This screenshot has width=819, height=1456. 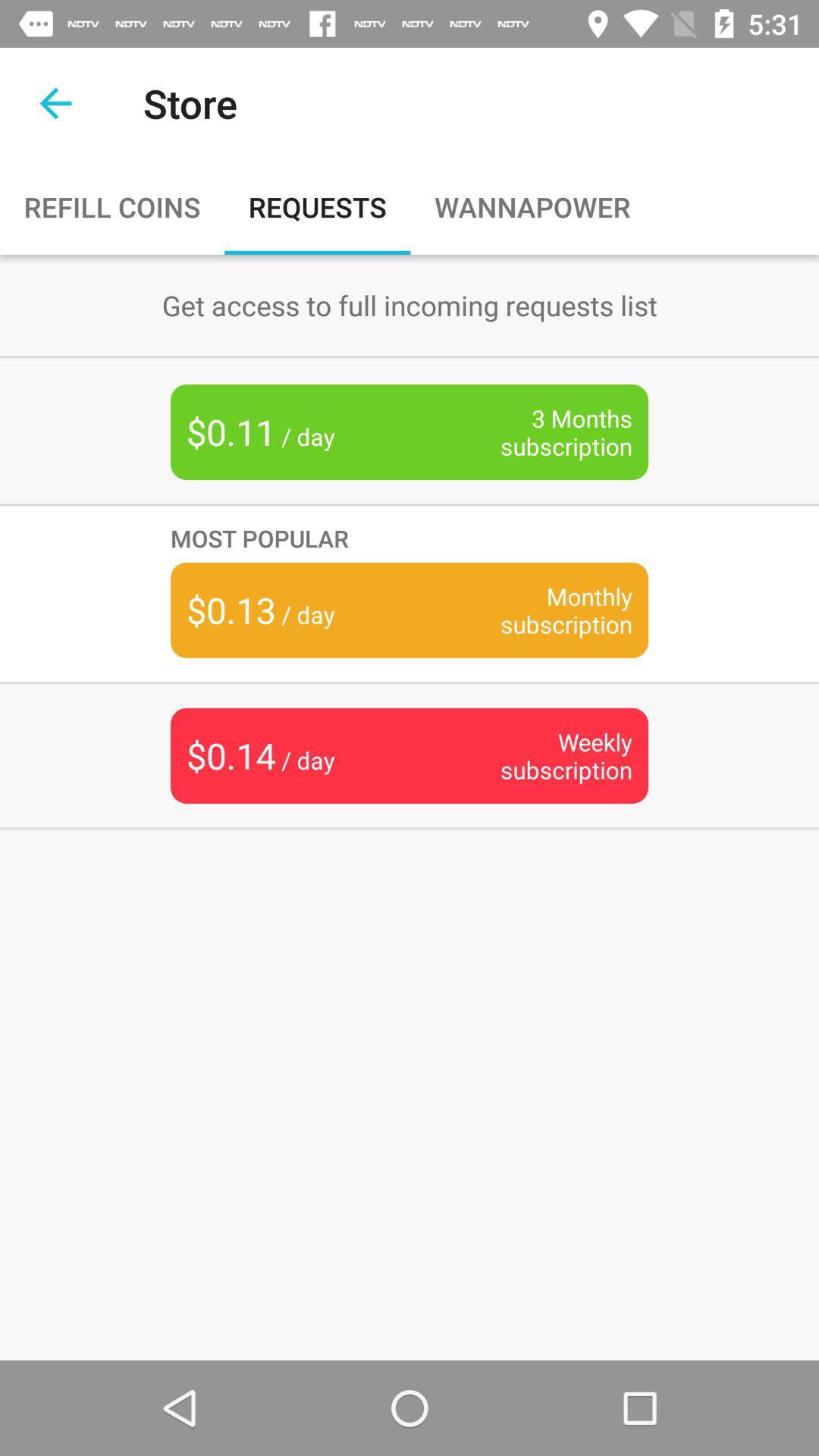 I want to click on item next to $0.11 / day item, so click(x=542, y=431).